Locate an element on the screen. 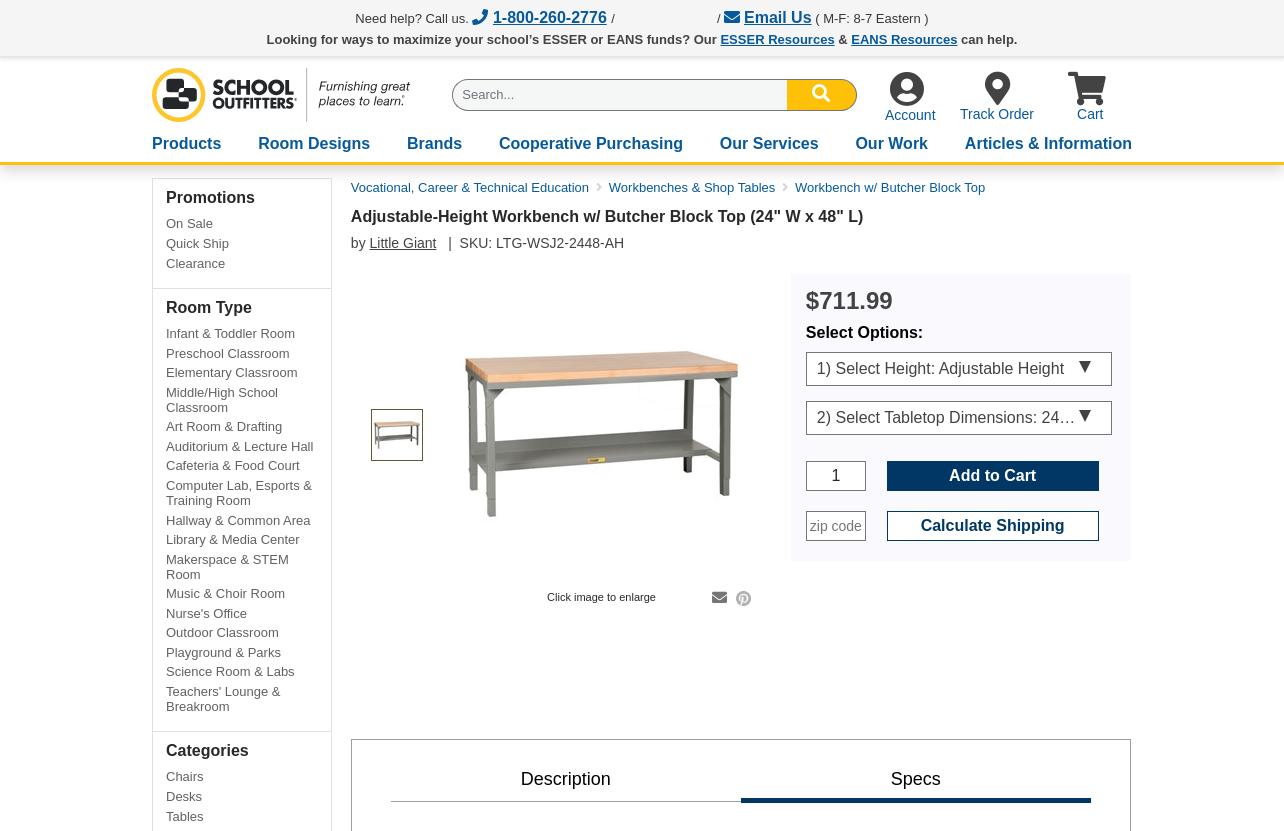 This screenshot has height=831, width=1284. '|  SKU: LTG-WSJ2-2448-AH' is located at coordinates (534, 240).